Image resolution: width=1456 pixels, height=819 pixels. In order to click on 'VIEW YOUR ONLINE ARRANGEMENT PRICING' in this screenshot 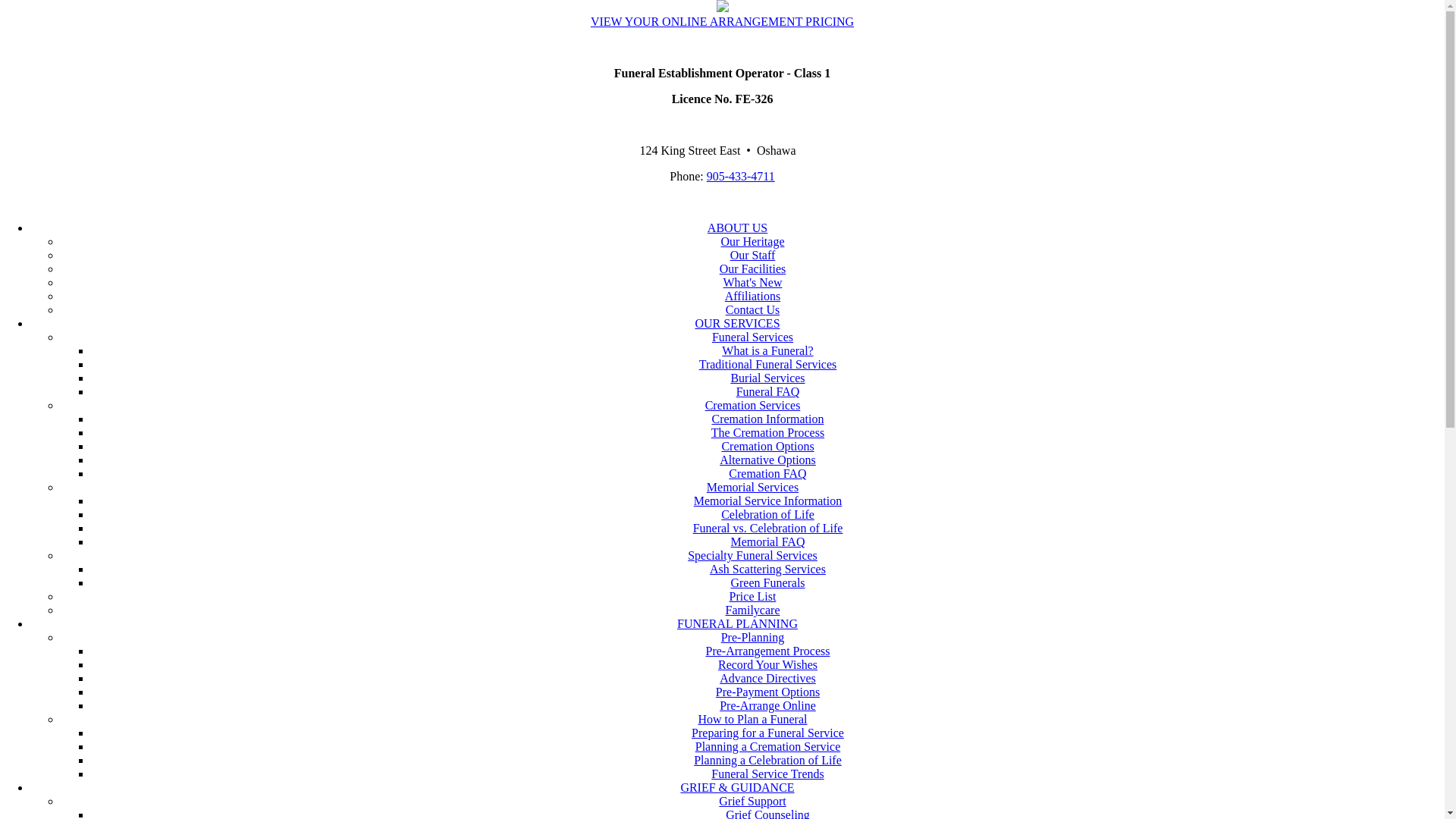, I will do `click(589, 21)`.